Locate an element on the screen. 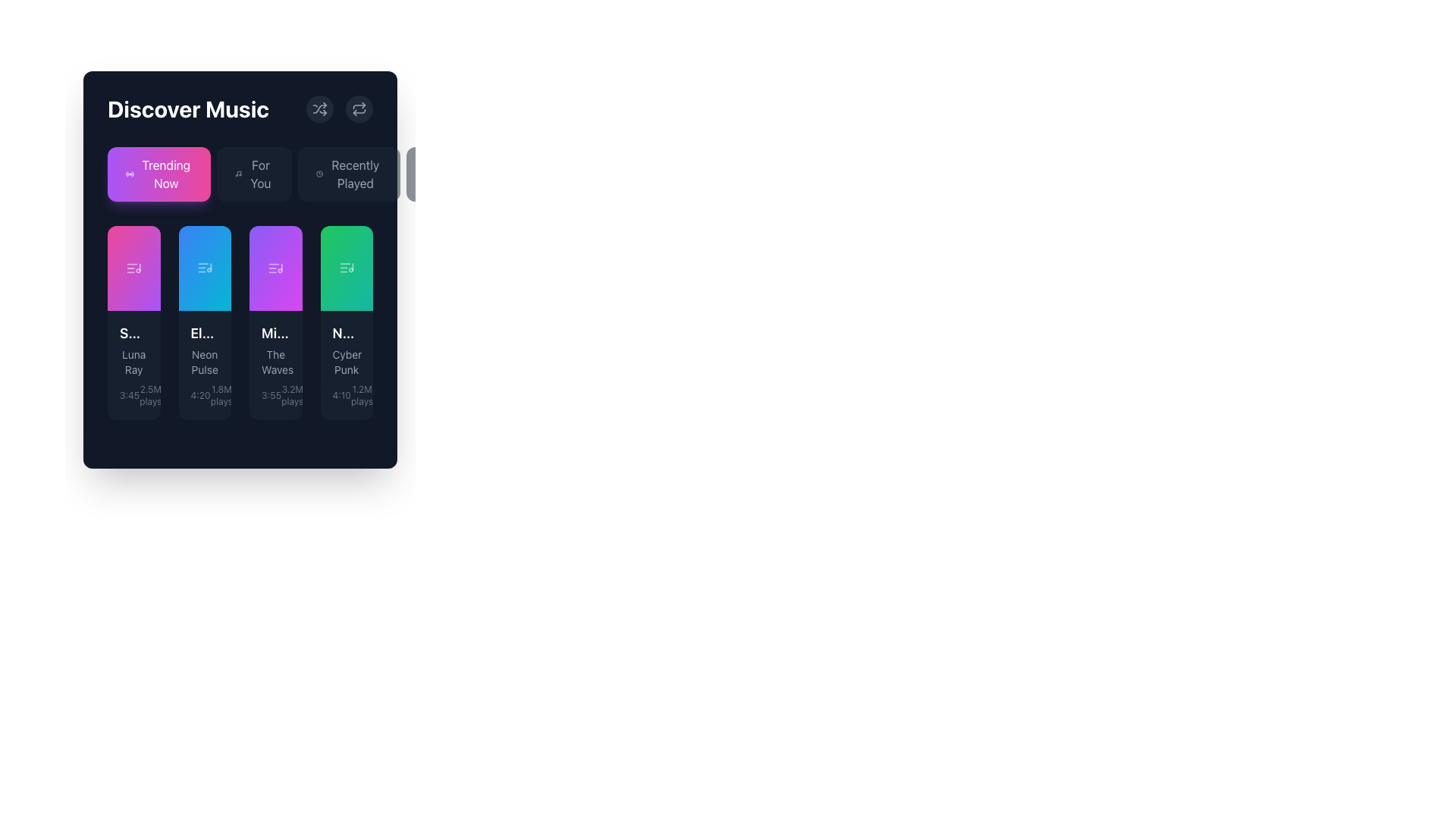  the 'For You' icon in the music discovery interface to trigger hover-based visual feedback is located at coordinates (237, 174).